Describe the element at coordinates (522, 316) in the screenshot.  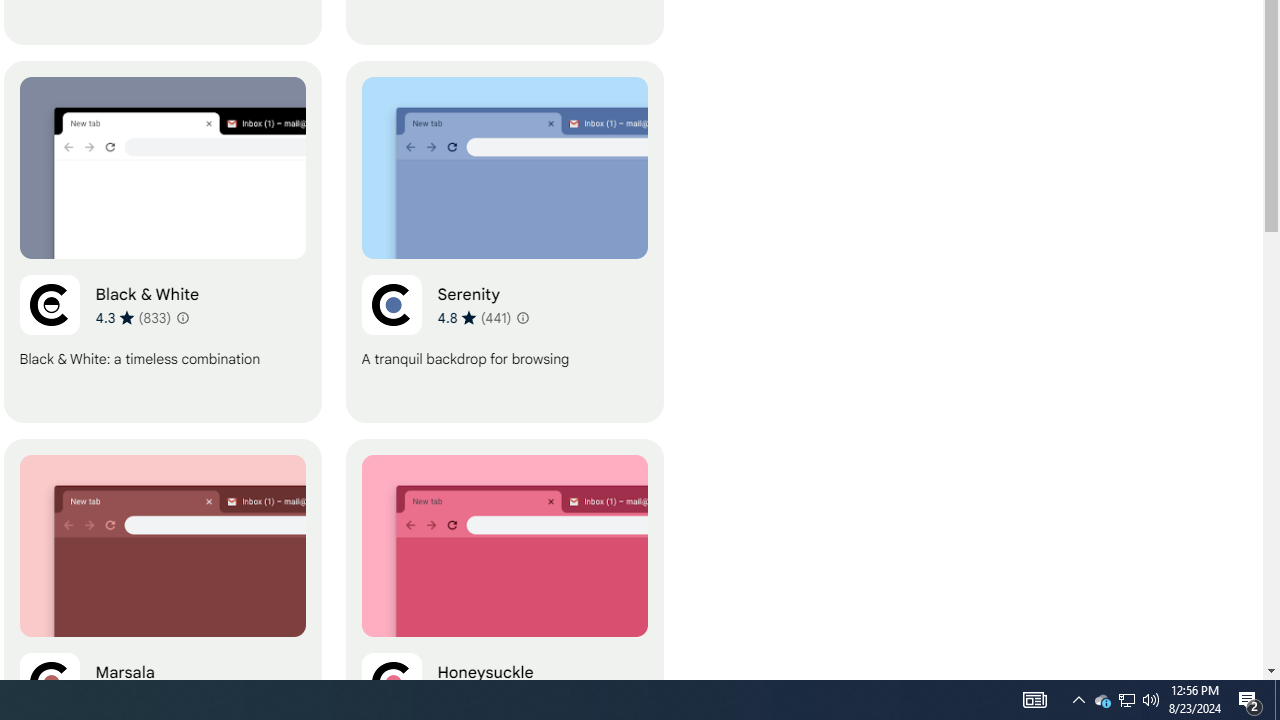
I see `'Learn more about results and reviews "Serenity"'` at that location.